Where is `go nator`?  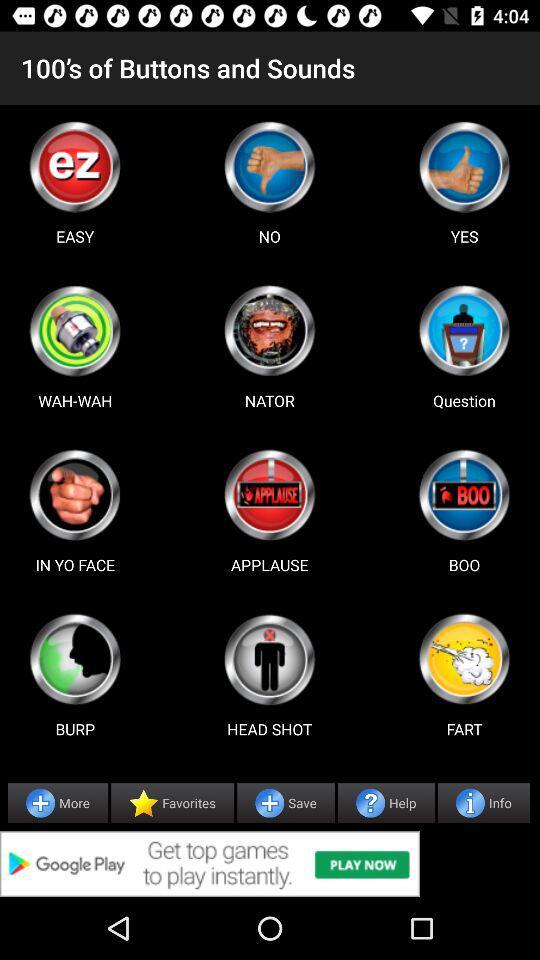 go nator is located at coordinates (269, 330).